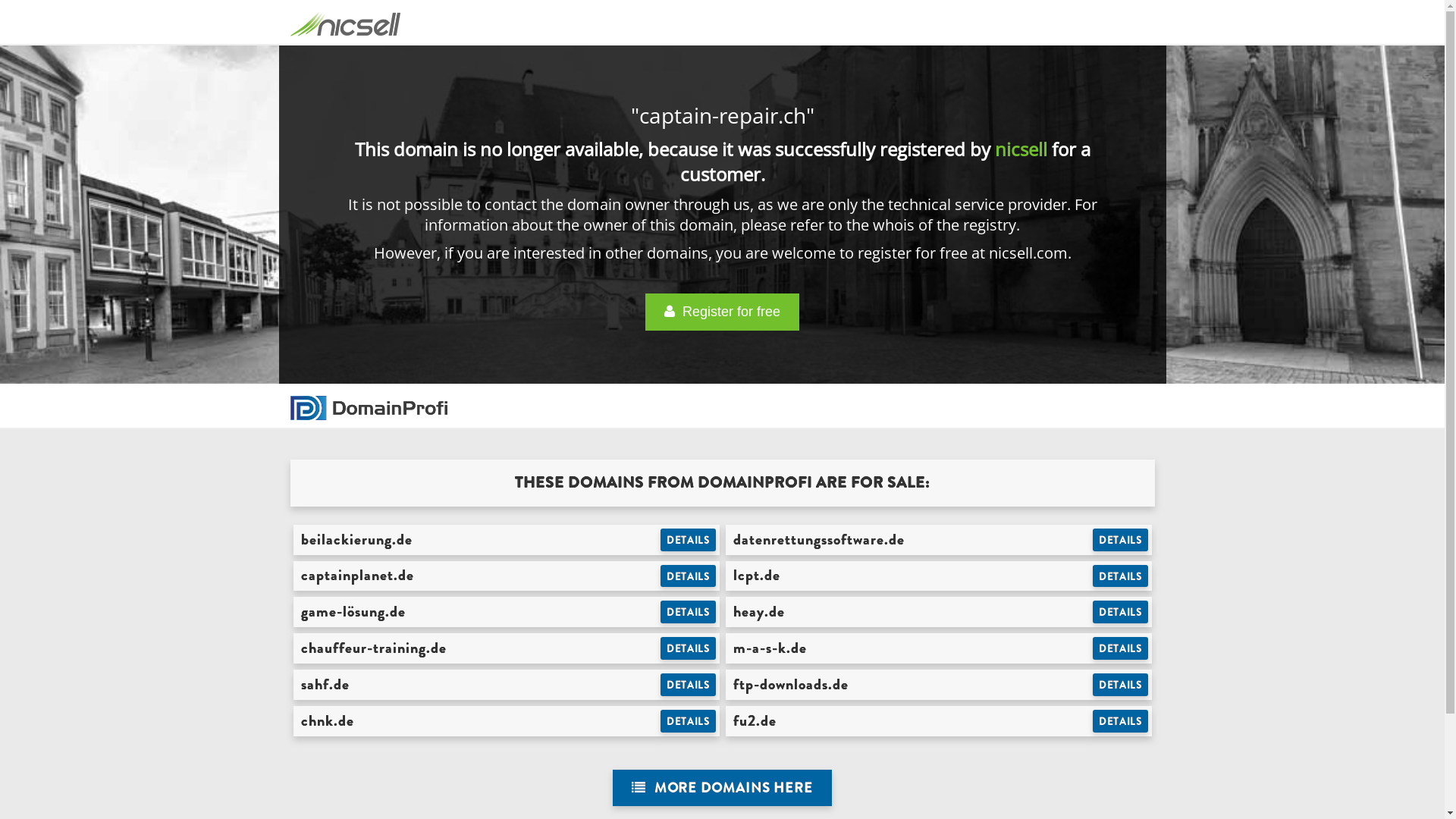  I want to click on '  Register for free', so click(721, 311).